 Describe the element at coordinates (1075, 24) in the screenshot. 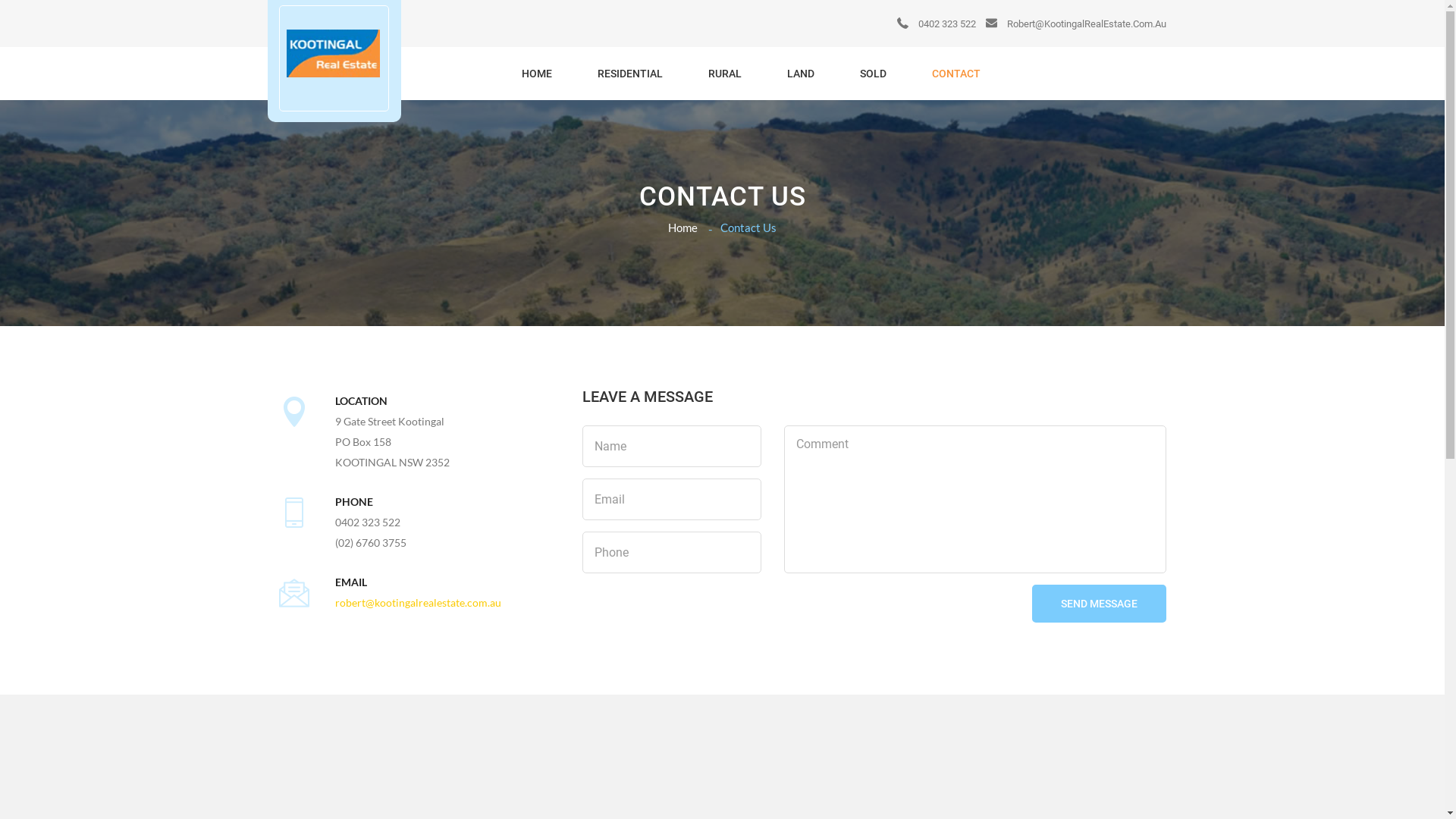

I see `'Robert@KootingalRealEstate.Com.Au'` at that location.